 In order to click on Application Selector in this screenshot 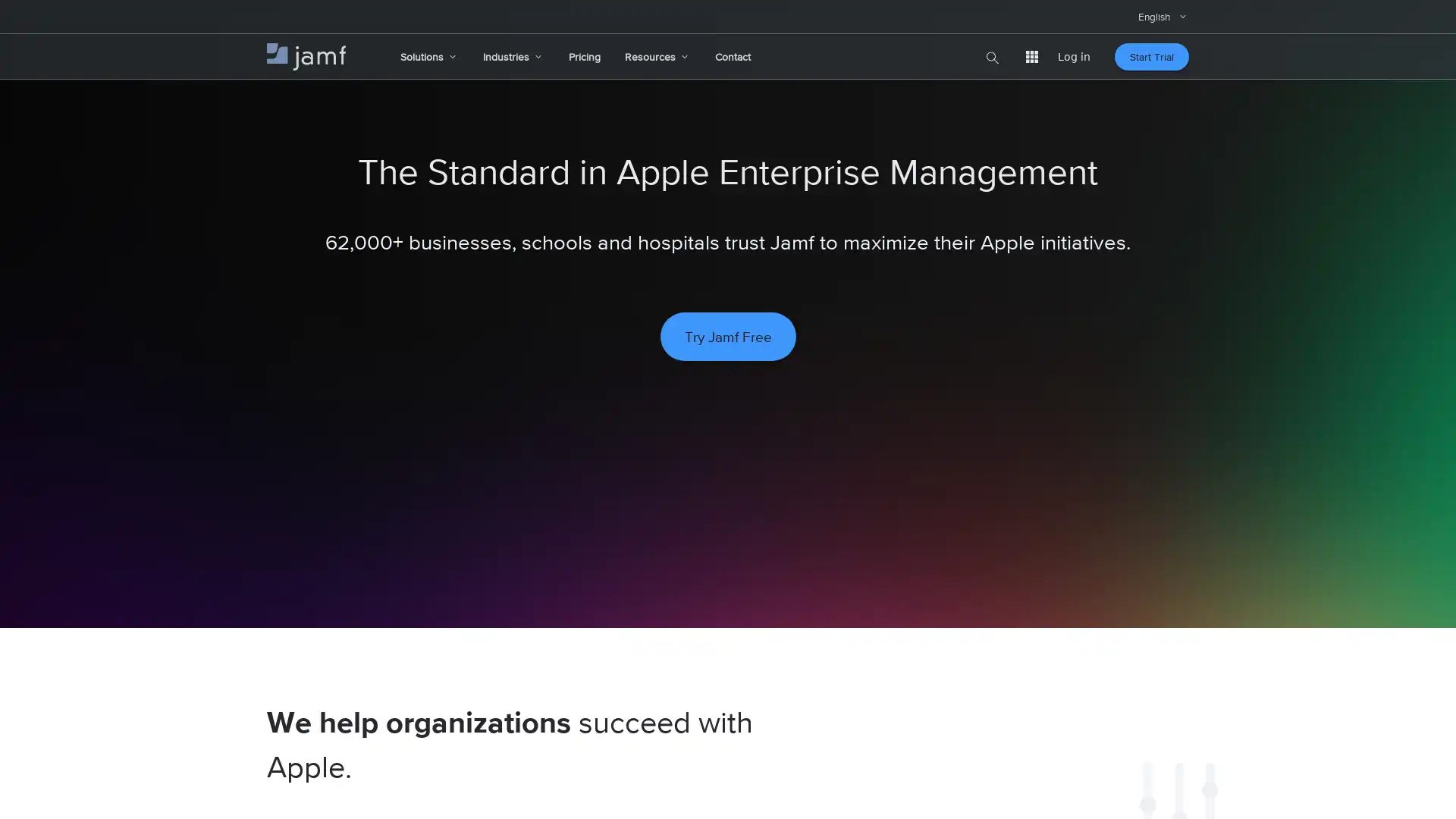, I will do `click(1031, 55)`.